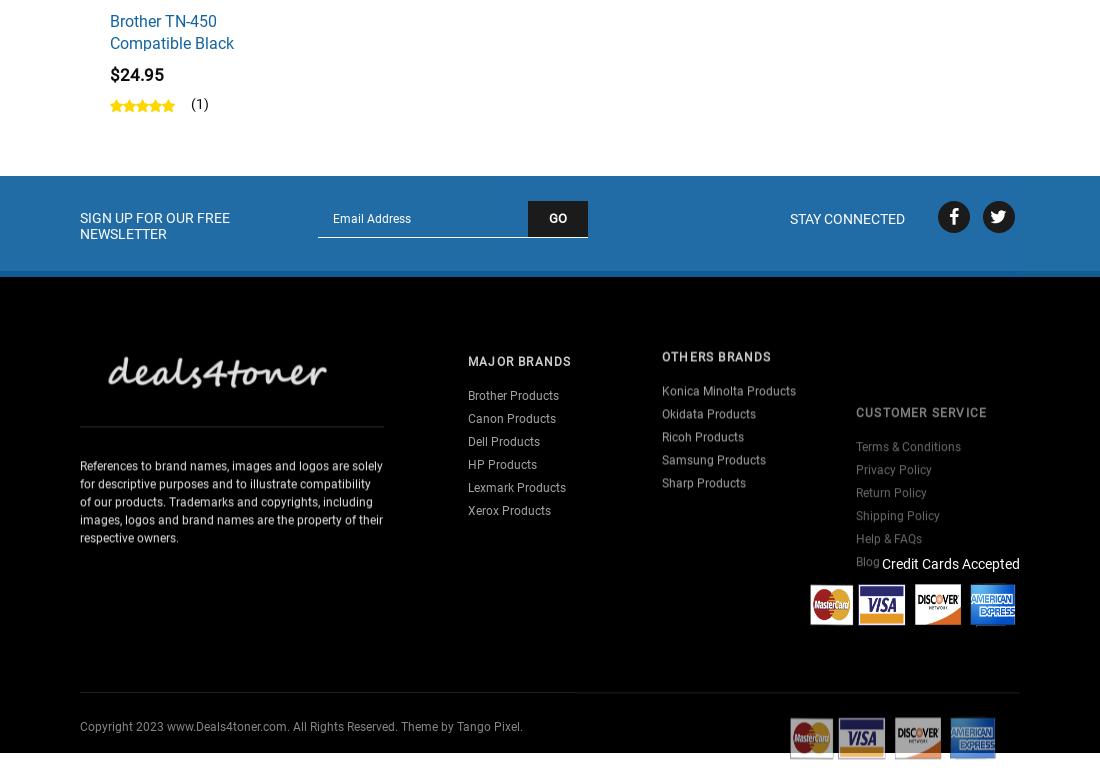 This screenshot has width=1100, height=781. I want to click on '$24.95', so click(136, 74).